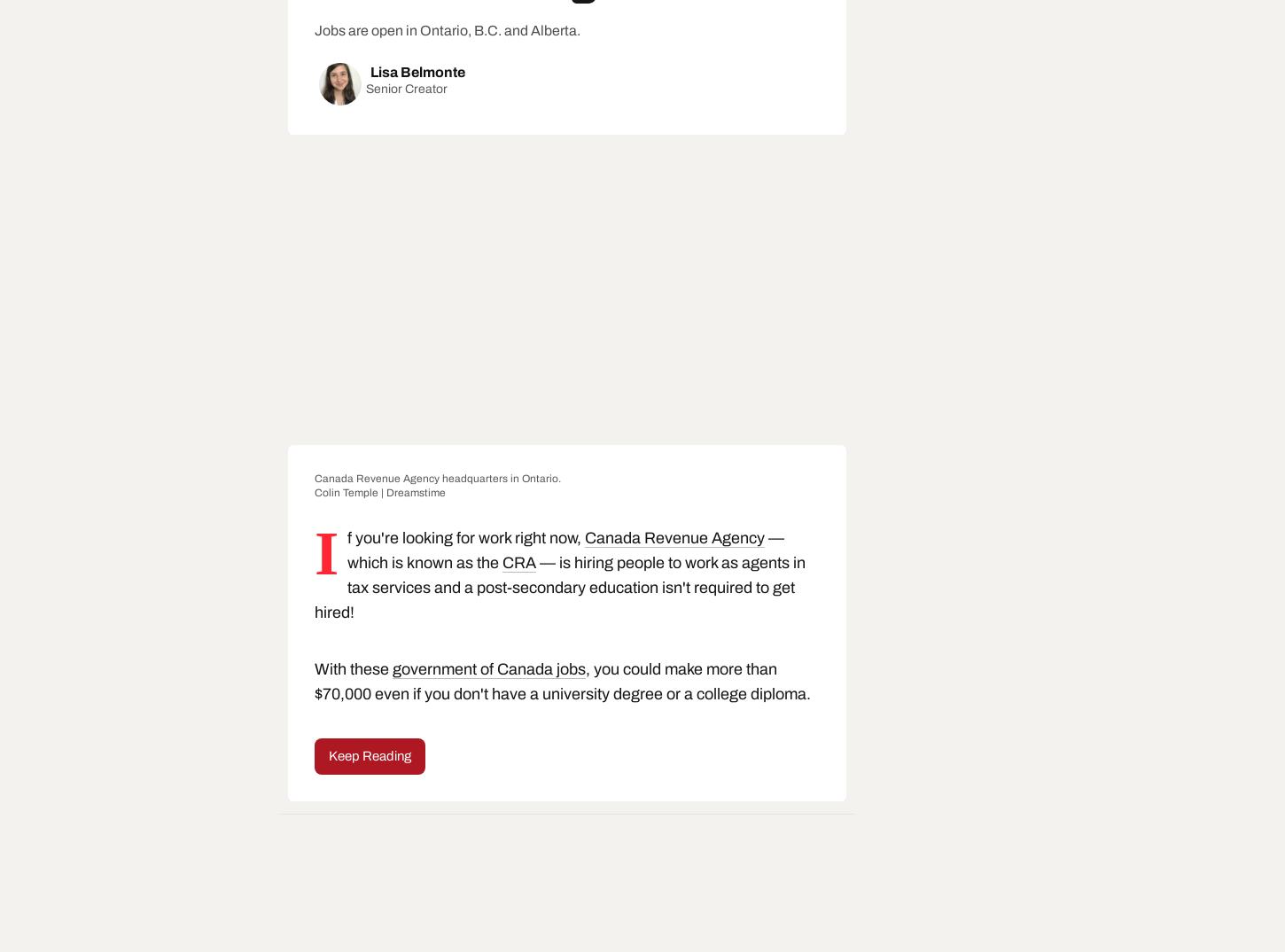 Image resolution: width=1285 pixels, height=952 pixels. I want to click on 'Senior Creator', so click(406, 89).